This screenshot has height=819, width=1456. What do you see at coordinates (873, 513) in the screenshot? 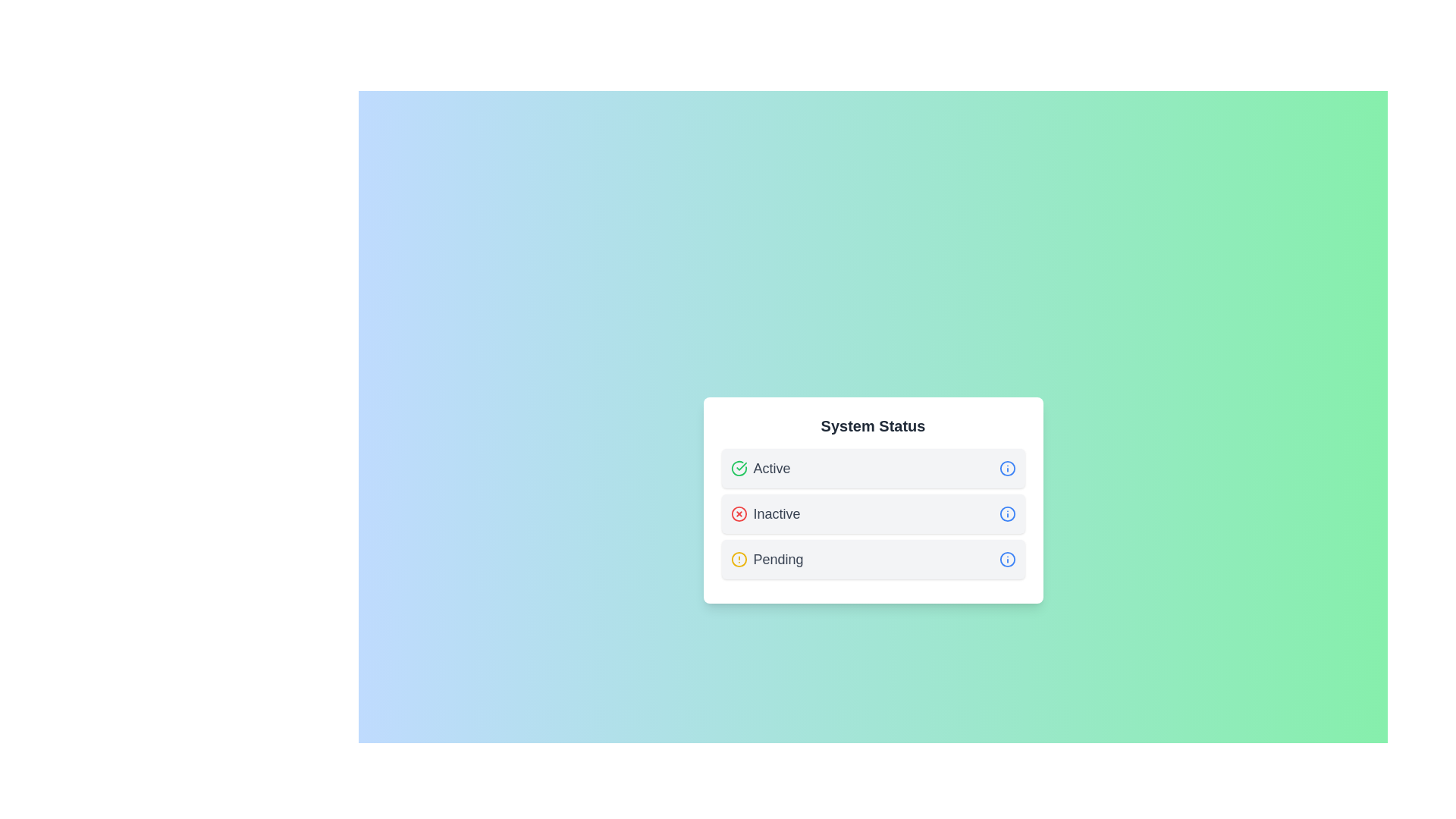
I see `the 'Inactive' status display element, which is the second row in a vertically stacked group of three status rows` at bounding box center [873, 513].